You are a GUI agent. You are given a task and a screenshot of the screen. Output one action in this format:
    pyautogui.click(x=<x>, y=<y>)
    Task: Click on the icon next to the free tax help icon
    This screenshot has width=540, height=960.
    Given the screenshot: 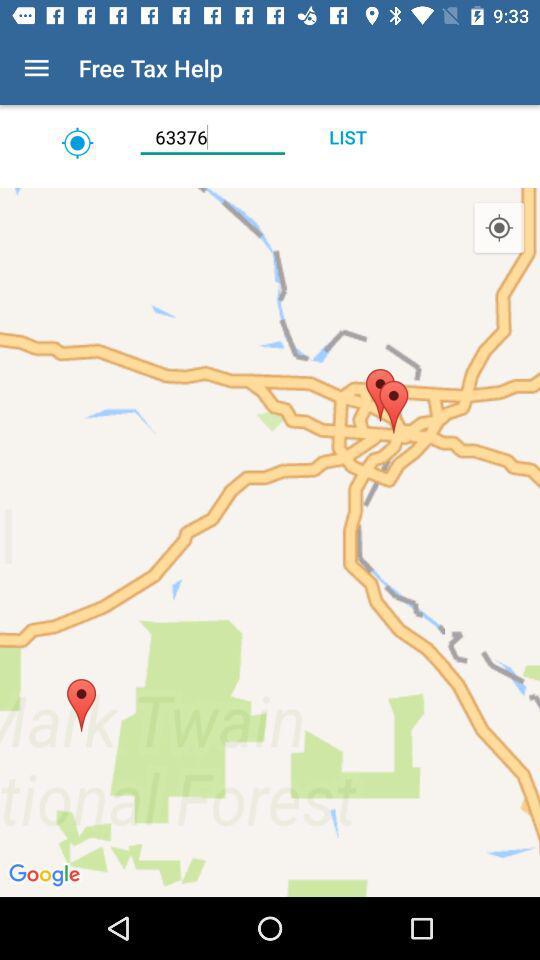 What is the action you would take?
    pyautogui.click(x=36, y=68)
    